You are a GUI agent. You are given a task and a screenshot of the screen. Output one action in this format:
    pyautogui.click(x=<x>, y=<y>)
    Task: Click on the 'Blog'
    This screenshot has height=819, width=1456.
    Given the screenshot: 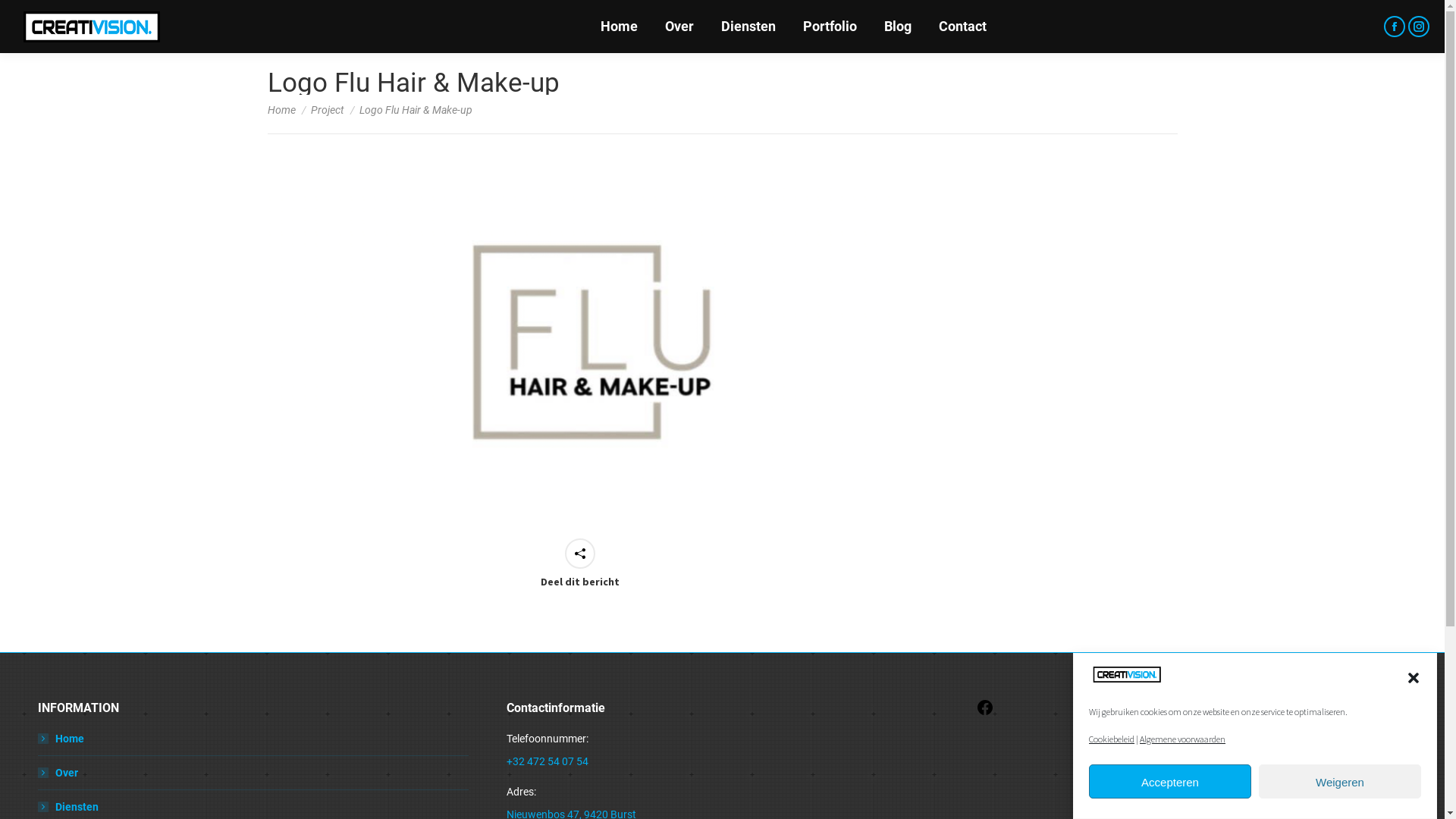 What is the action you would take?
    pyautogui.click(x=898, y=26)
    